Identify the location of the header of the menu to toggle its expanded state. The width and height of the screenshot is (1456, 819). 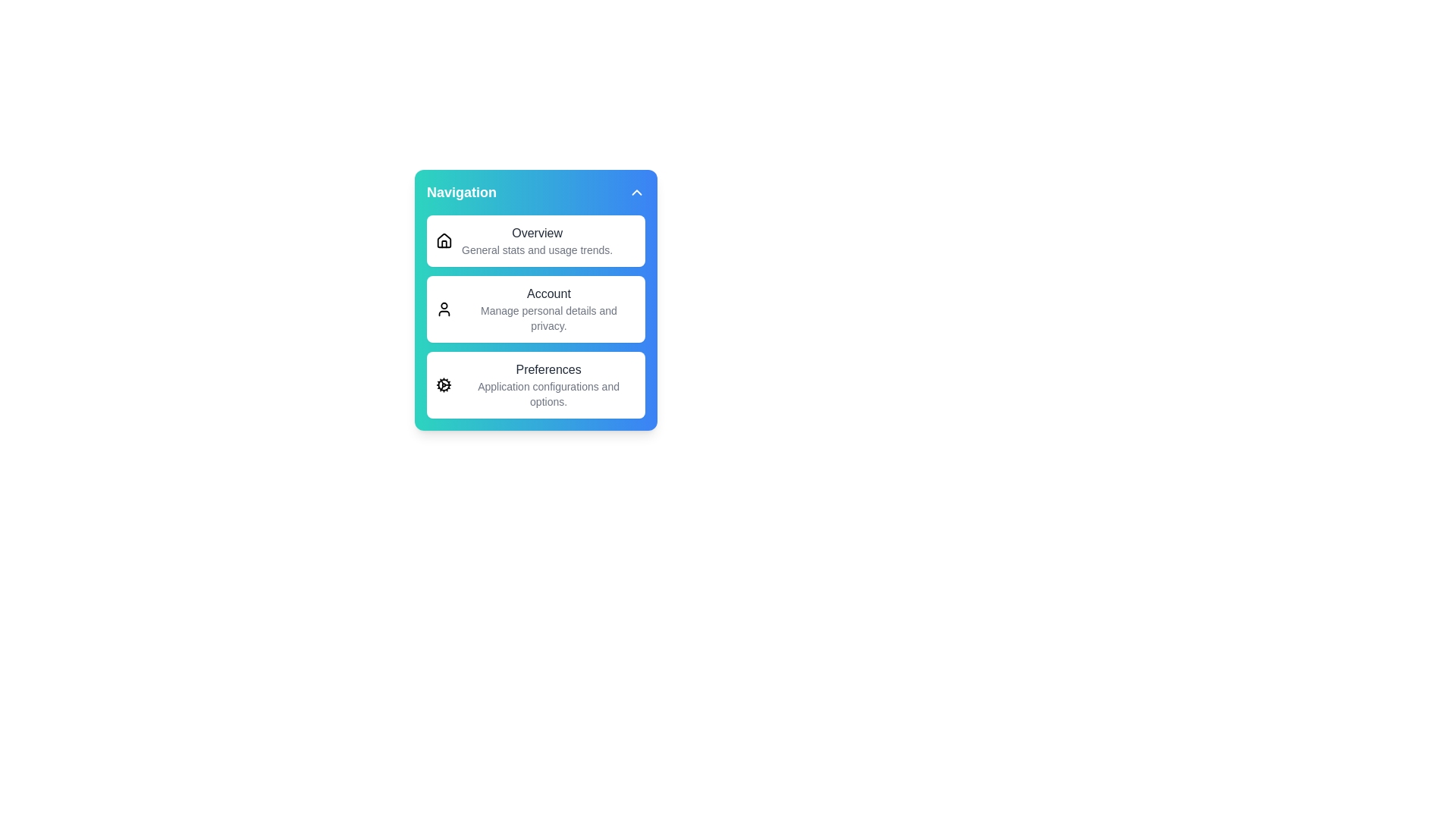
(535, 192).